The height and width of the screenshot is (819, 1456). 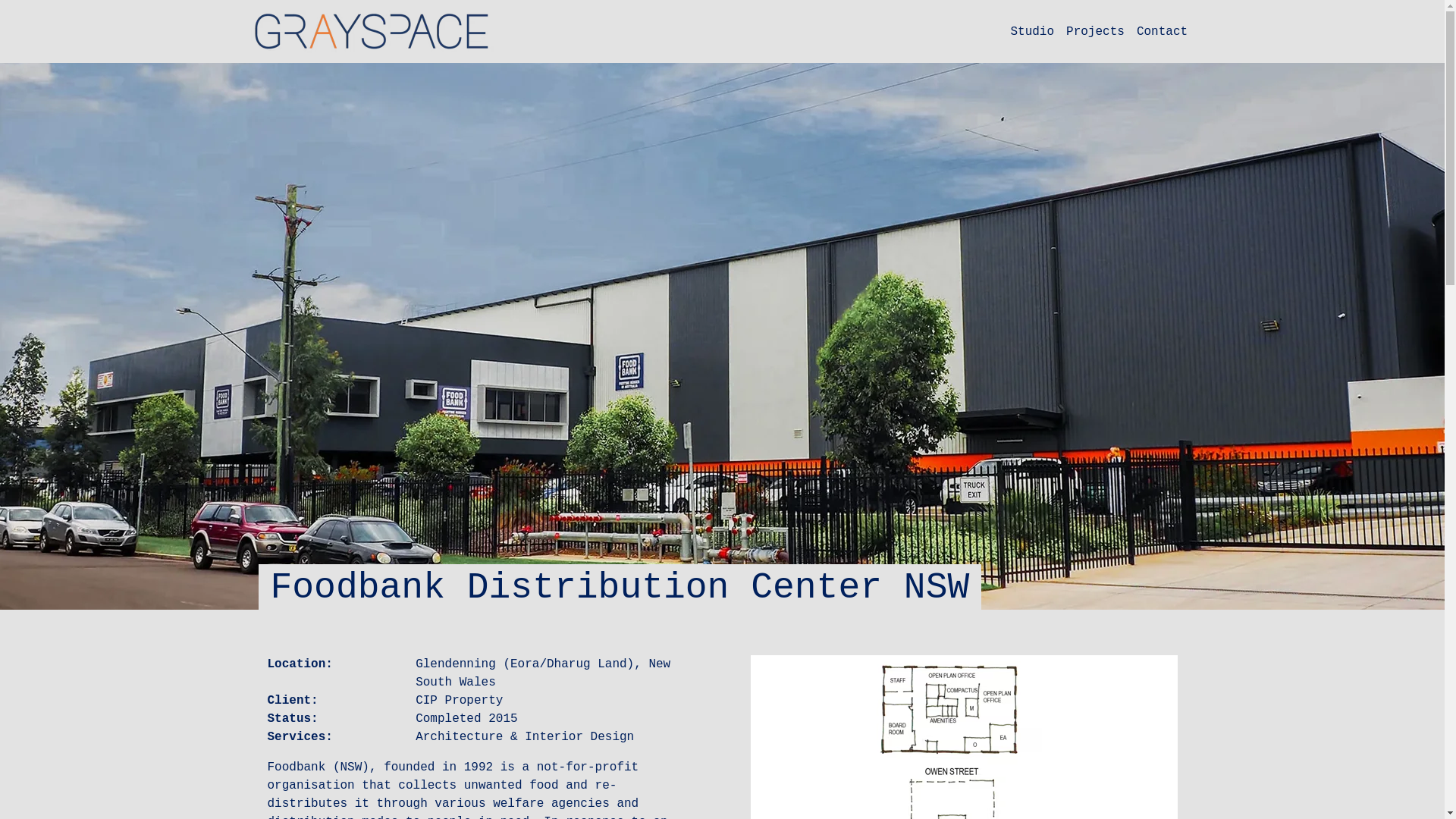 What do you see at coordinates (1095, 32) in the screenshot?
I see `'Projects'` at bounding box center [1095, 32].